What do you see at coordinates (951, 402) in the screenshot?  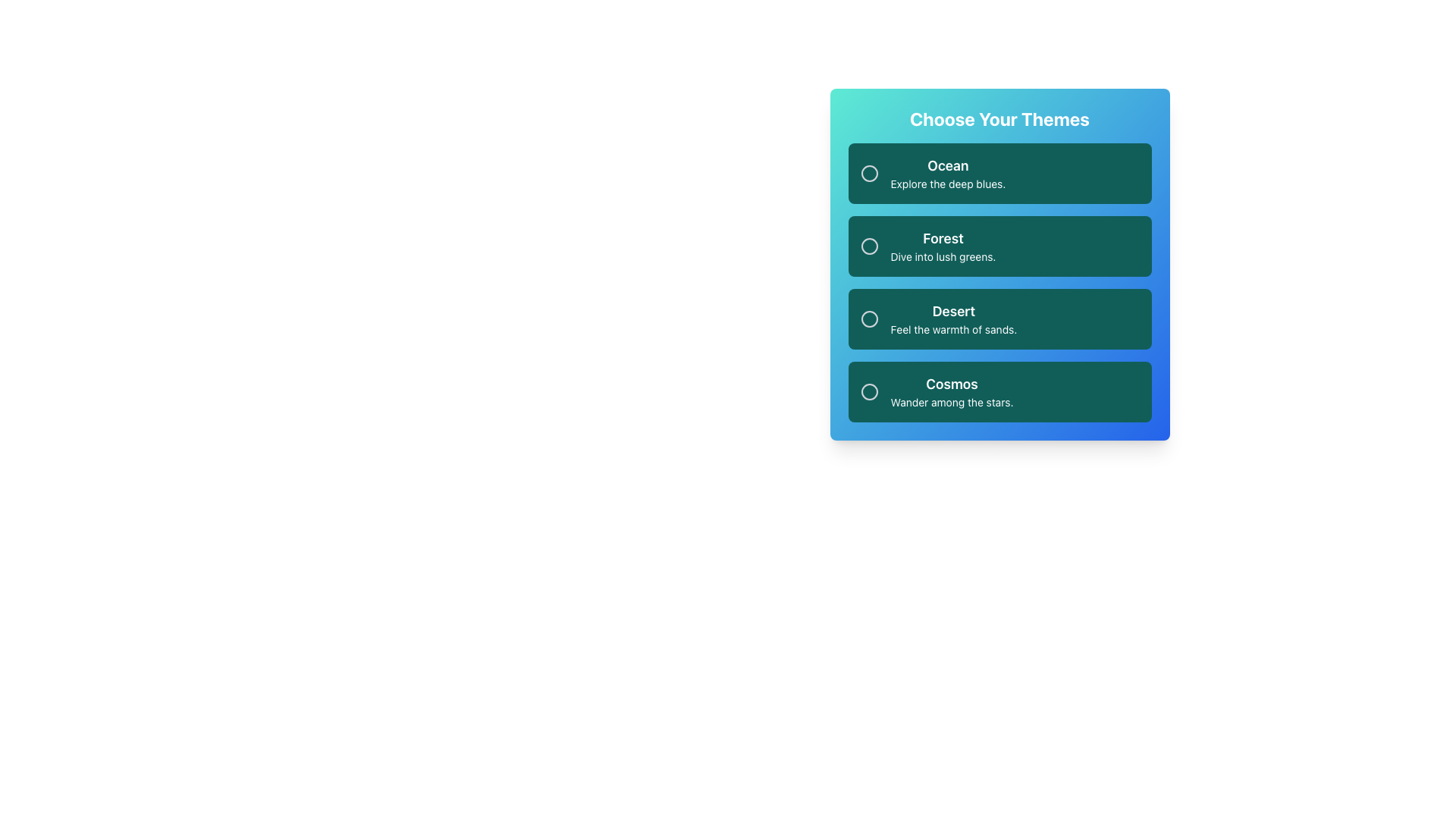 I see `the descriptive subtitle text label for the 'Cosmos' option, located in the fourth choice card of the theme selection panel` at bounding box center [951, 402].